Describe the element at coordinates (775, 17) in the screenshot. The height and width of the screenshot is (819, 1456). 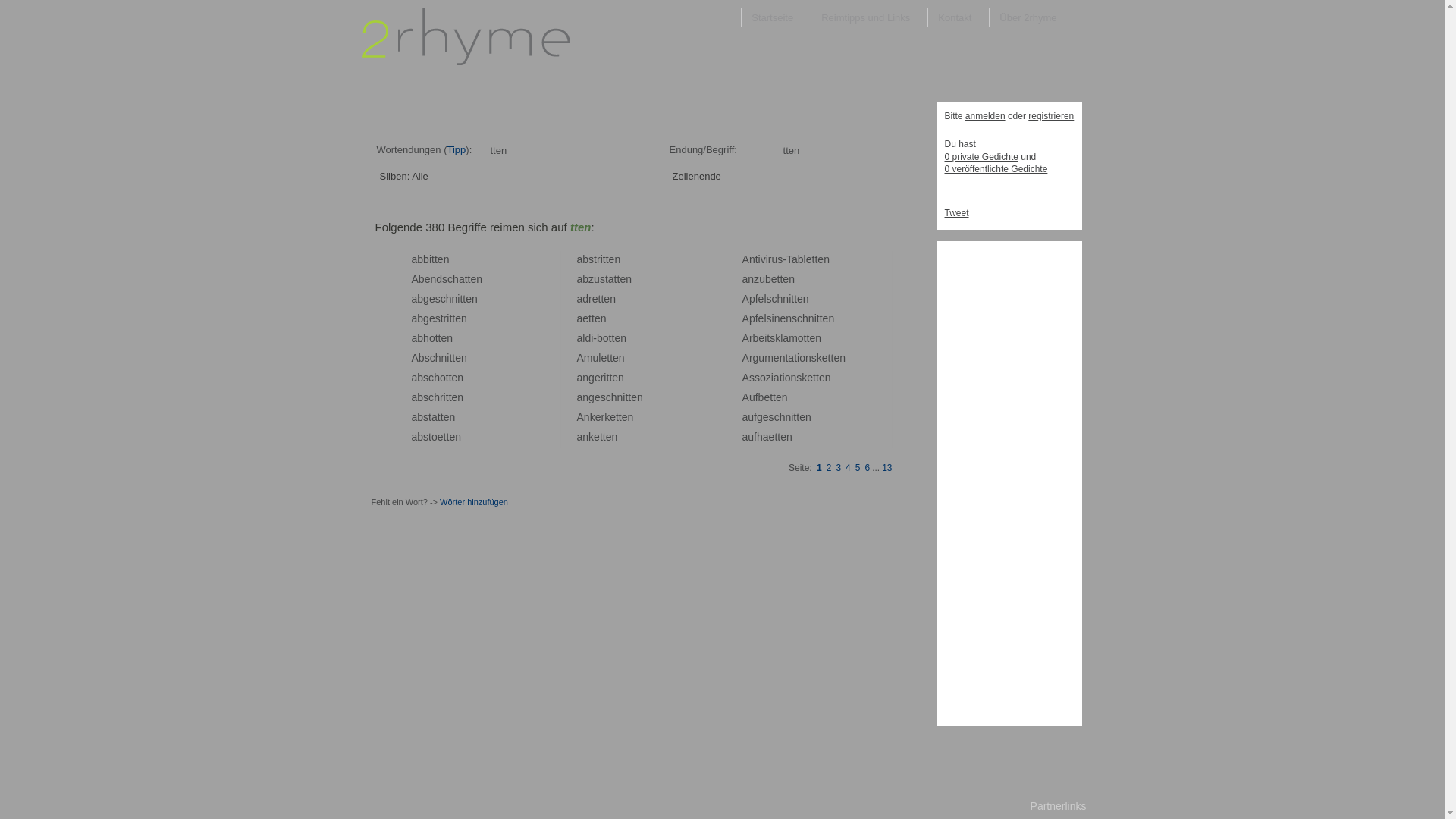
I see `'Startseite'` at that location.